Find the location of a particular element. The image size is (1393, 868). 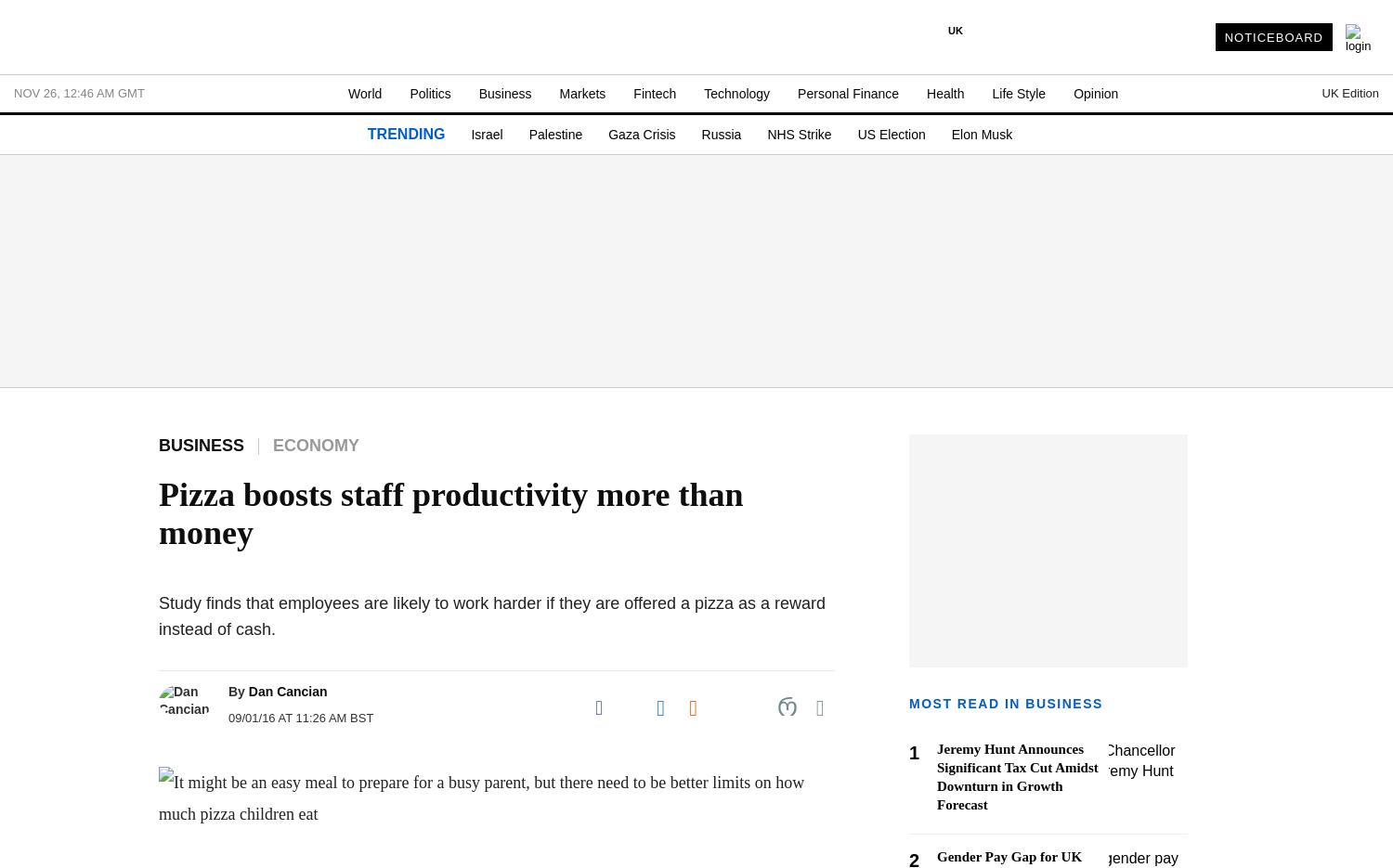

'NOTICEBOARD' is located at coordinates (1223, 36).